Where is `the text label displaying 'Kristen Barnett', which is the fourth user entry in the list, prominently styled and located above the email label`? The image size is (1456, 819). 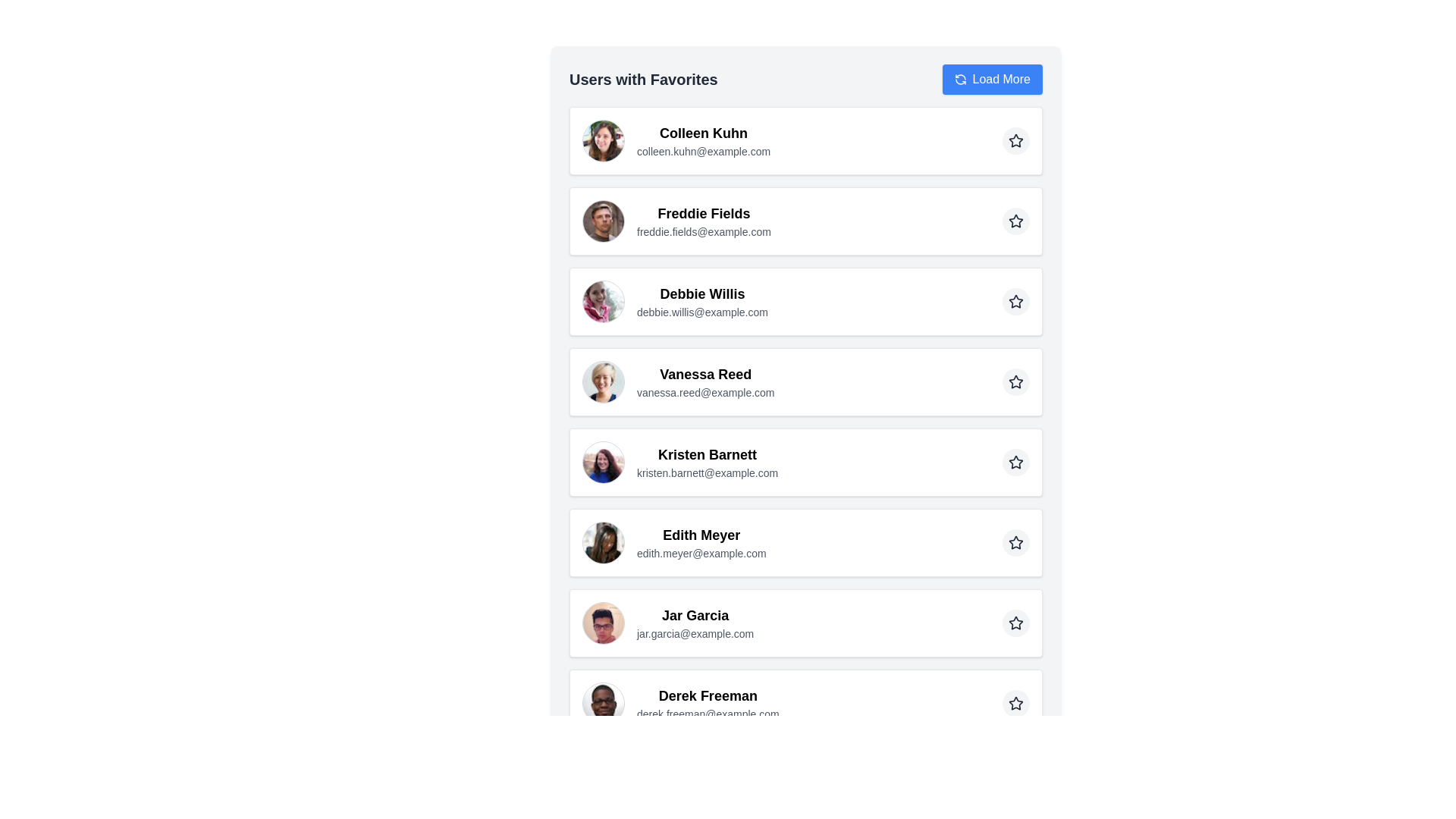 the text label displaying 'Kristen Barnett', which is the fourth user entry in the list, prominently styled and located above the email label is located at coordinates (707, 454).